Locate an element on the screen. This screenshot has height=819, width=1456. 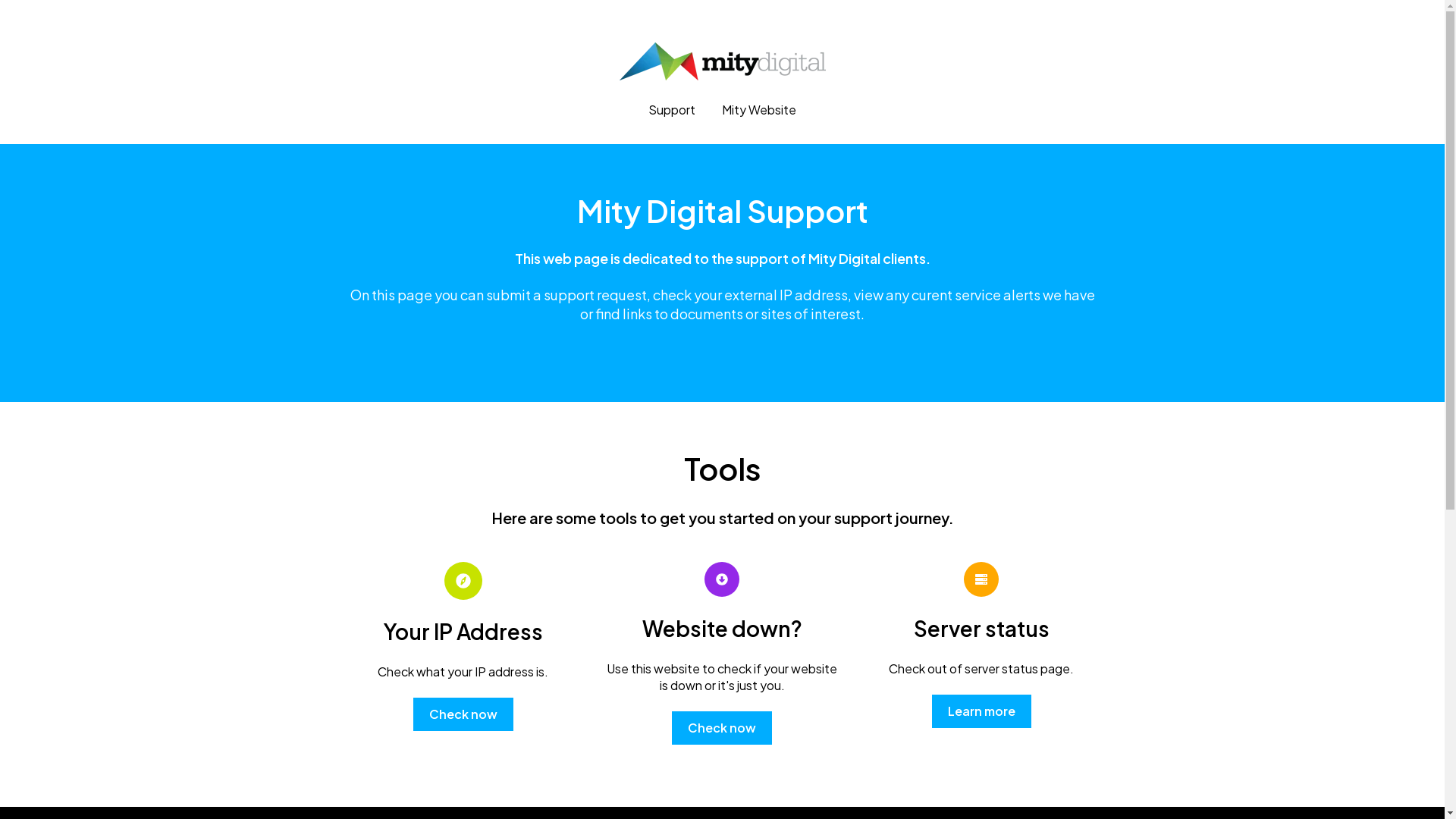
'Check now' is located at coordinates (720, 727).